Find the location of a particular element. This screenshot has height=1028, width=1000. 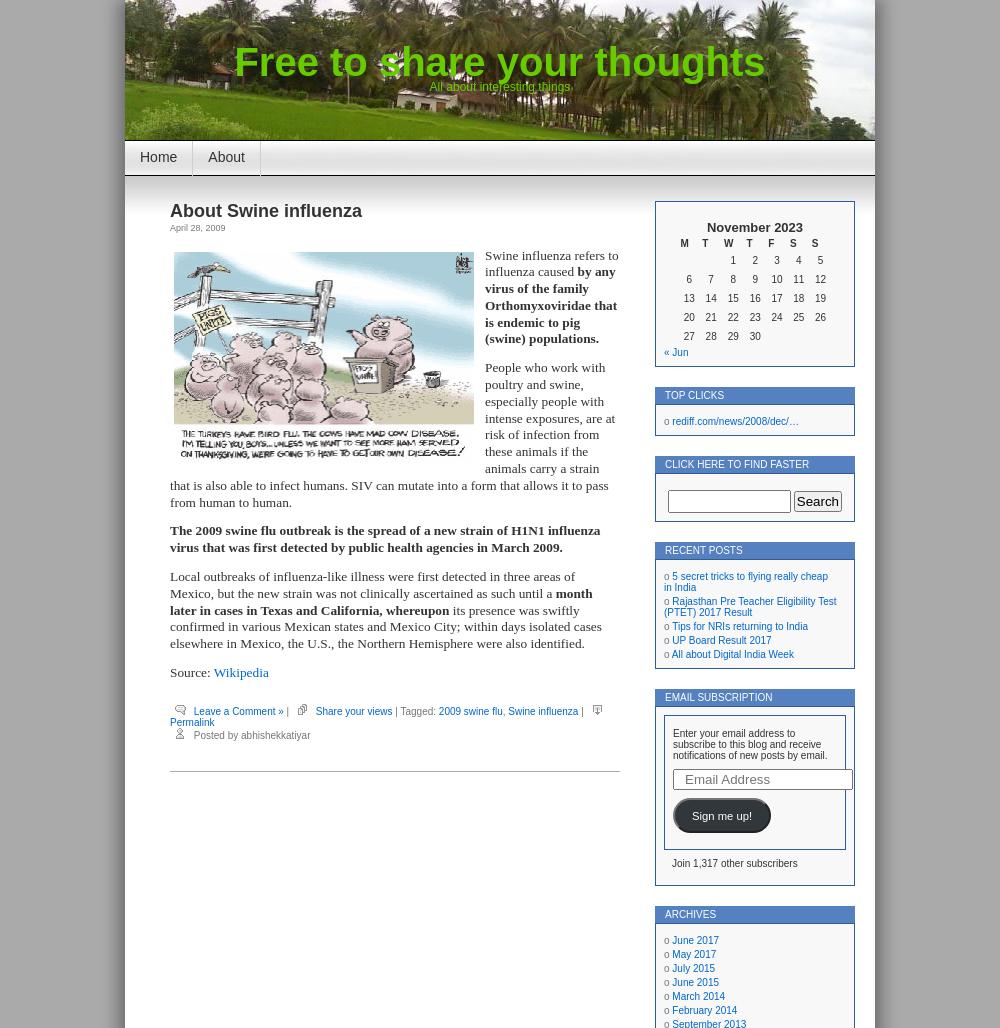

'M' is located at coordinates (680, 242).